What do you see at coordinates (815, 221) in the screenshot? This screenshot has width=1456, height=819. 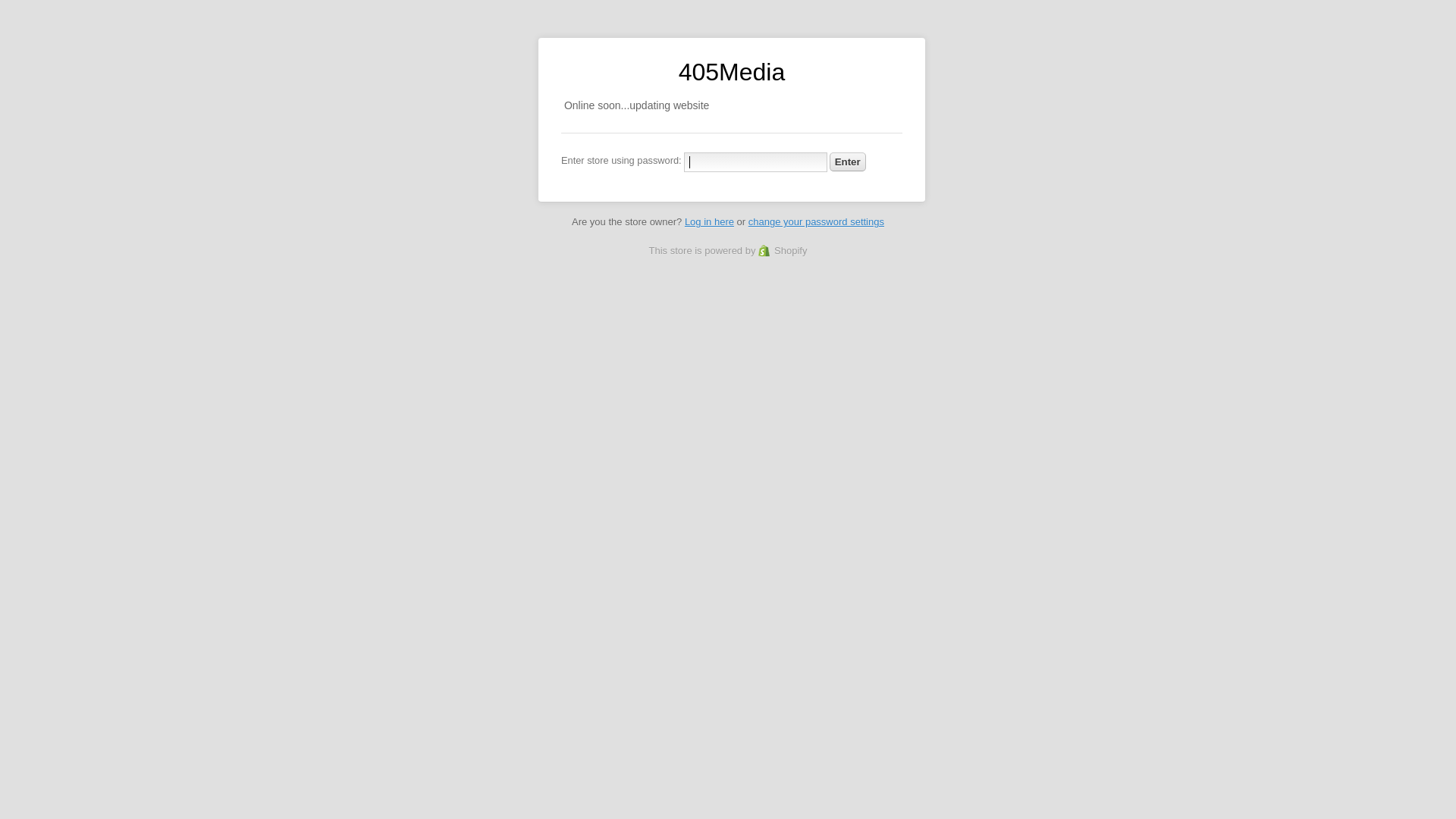 I see `'change your password settings'` at bounding box center [815, 221].